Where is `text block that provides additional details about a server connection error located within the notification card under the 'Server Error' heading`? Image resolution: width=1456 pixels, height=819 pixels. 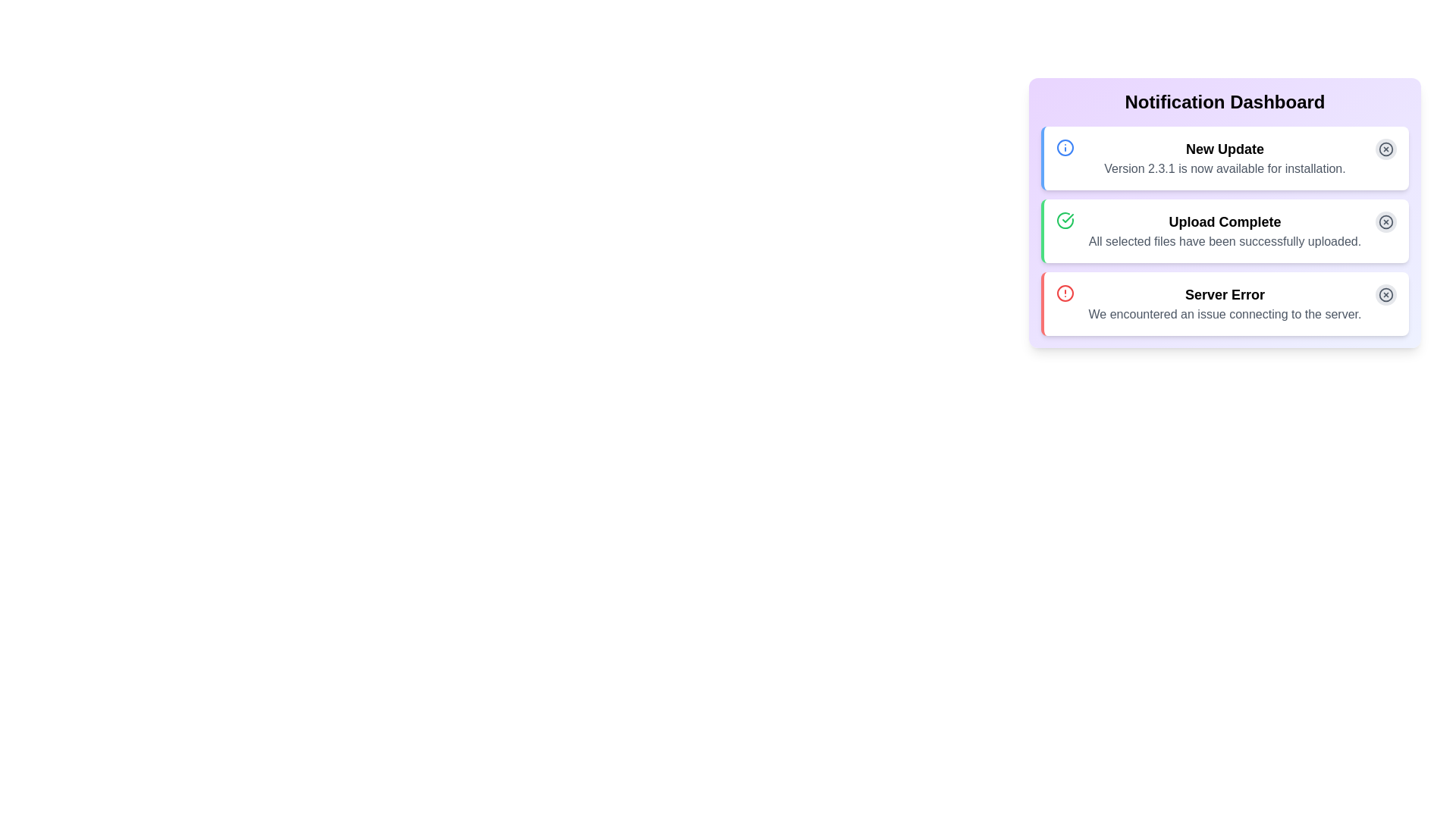
text block that provides additional details about a server connection error located within the notification card under the 'Server Error' heading is located at coordinates (1225, 314).